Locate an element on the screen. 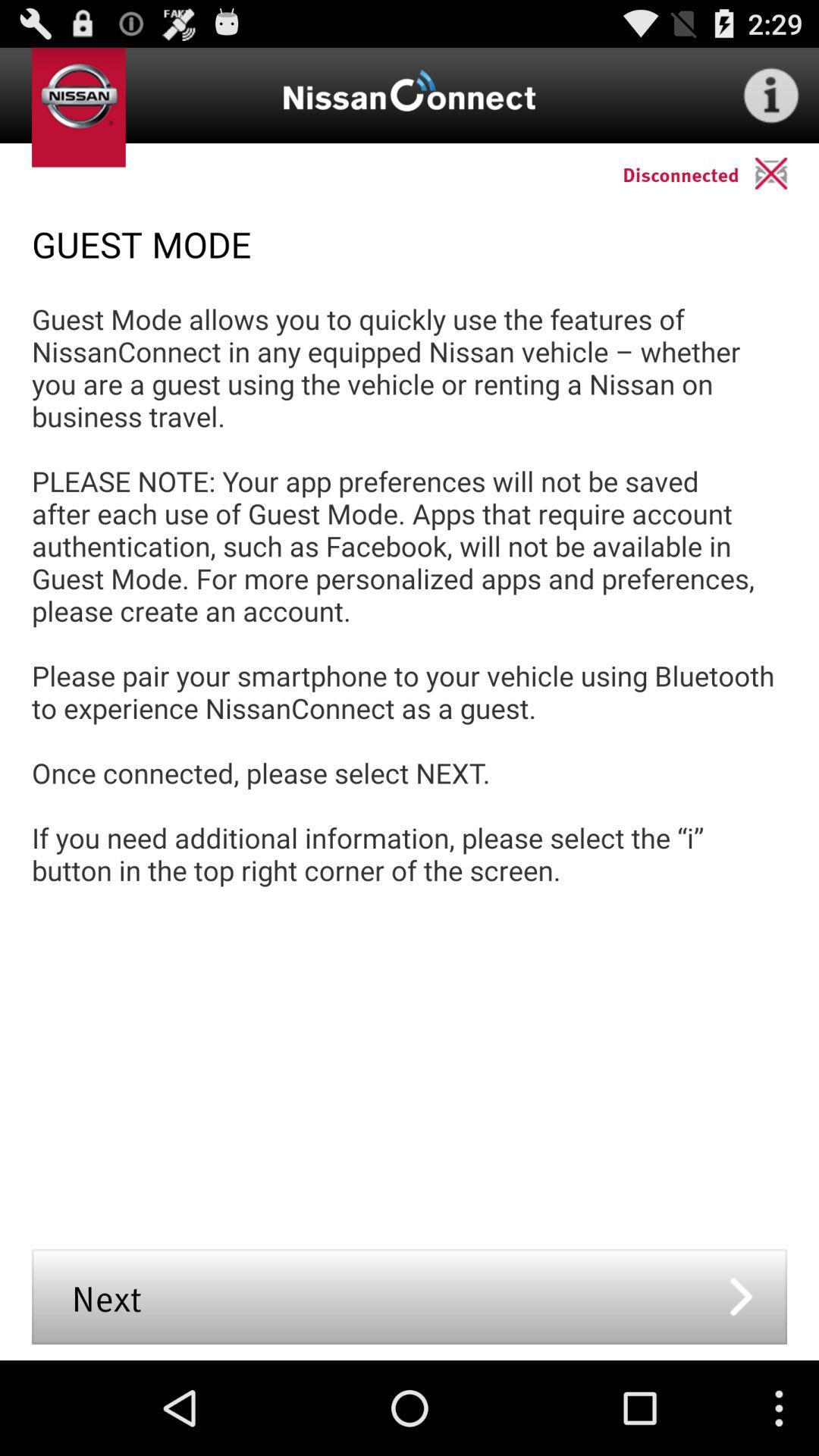  the app above disconnected item is located at coordinates (771, 94).